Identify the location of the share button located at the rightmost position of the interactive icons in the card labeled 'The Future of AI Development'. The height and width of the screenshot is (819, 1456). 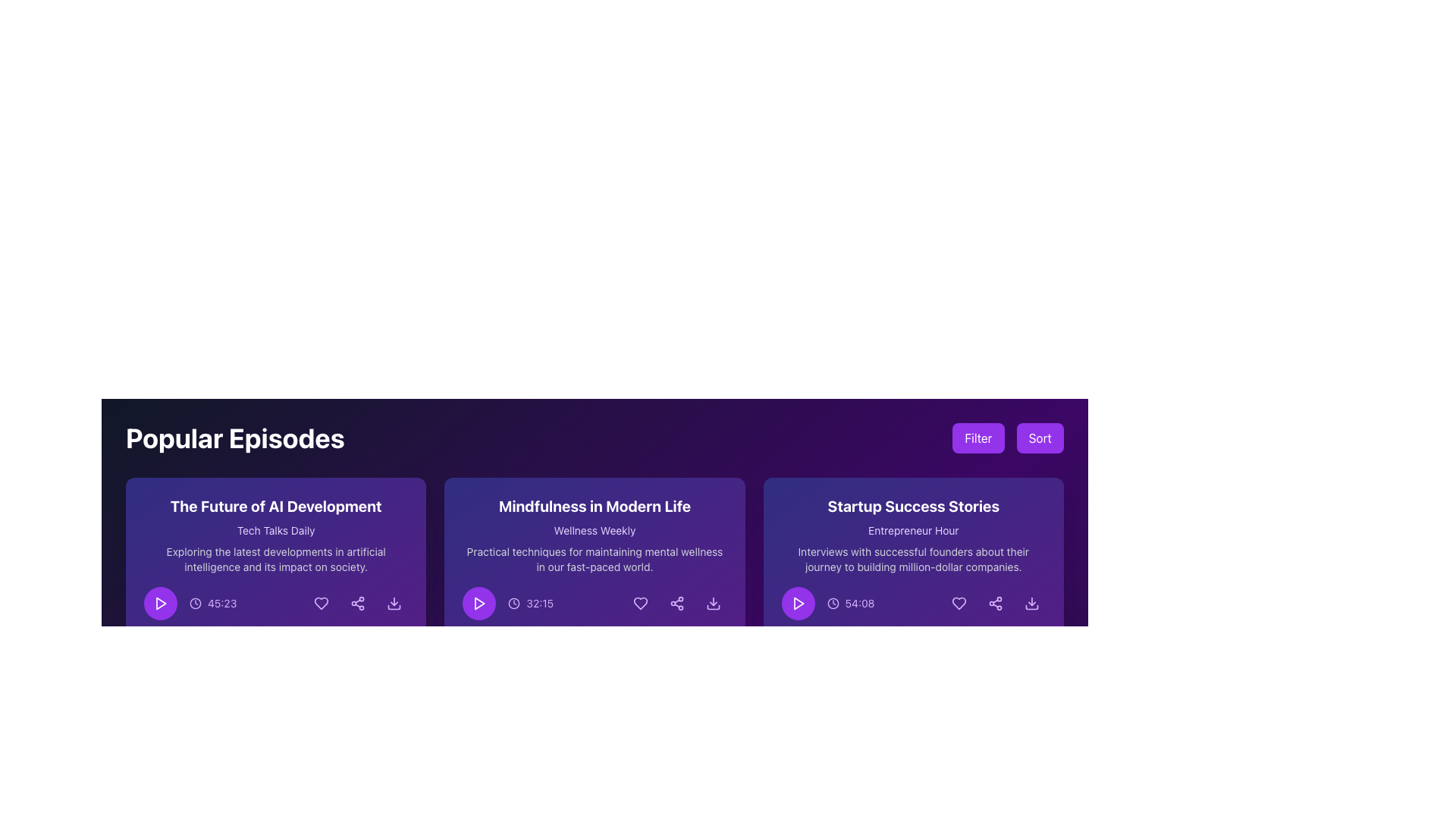
(357, 602).